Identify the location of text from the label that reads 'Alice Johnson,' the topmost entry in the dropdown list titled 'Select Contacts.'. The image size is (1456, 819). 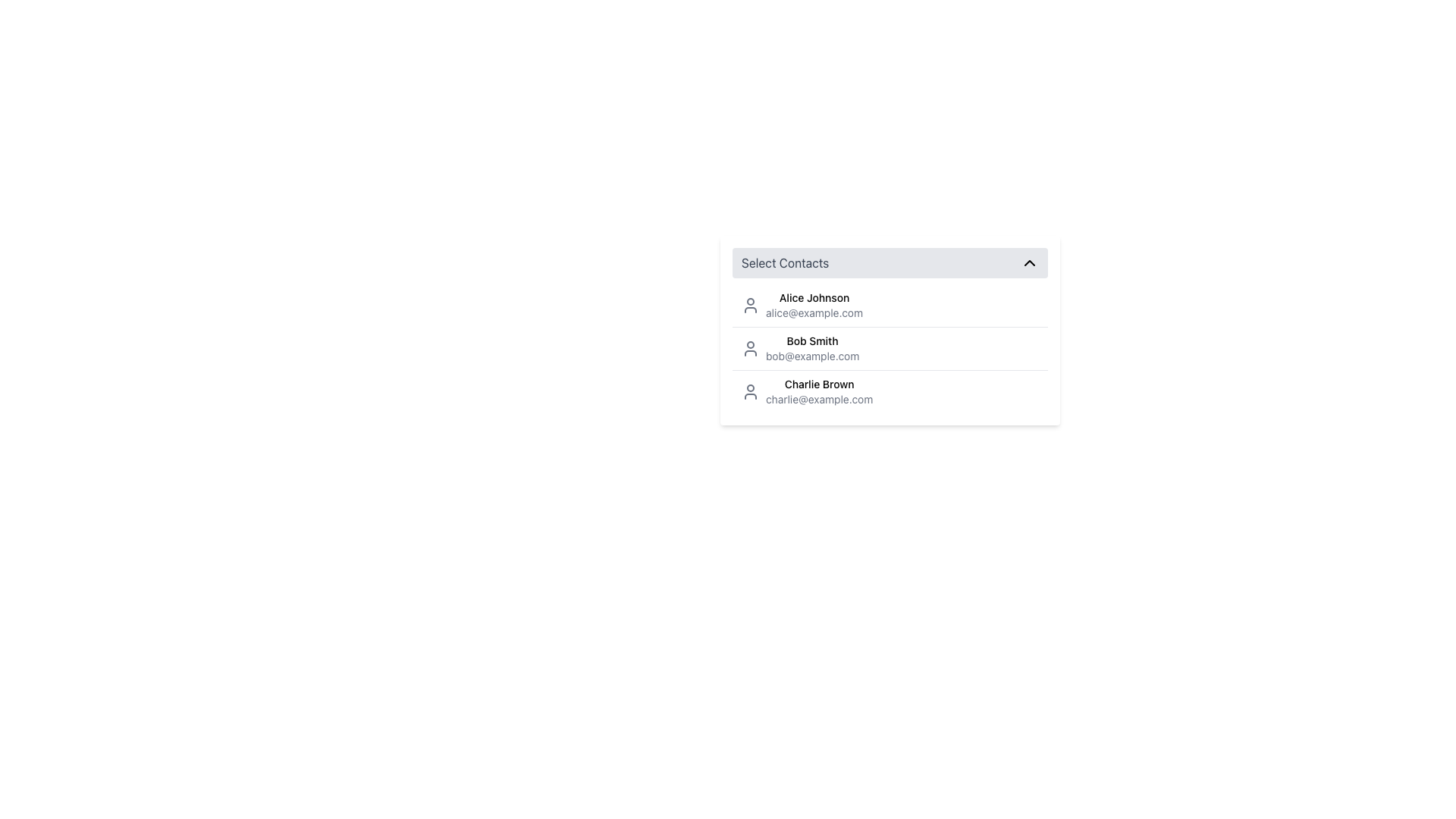
(814, 298).